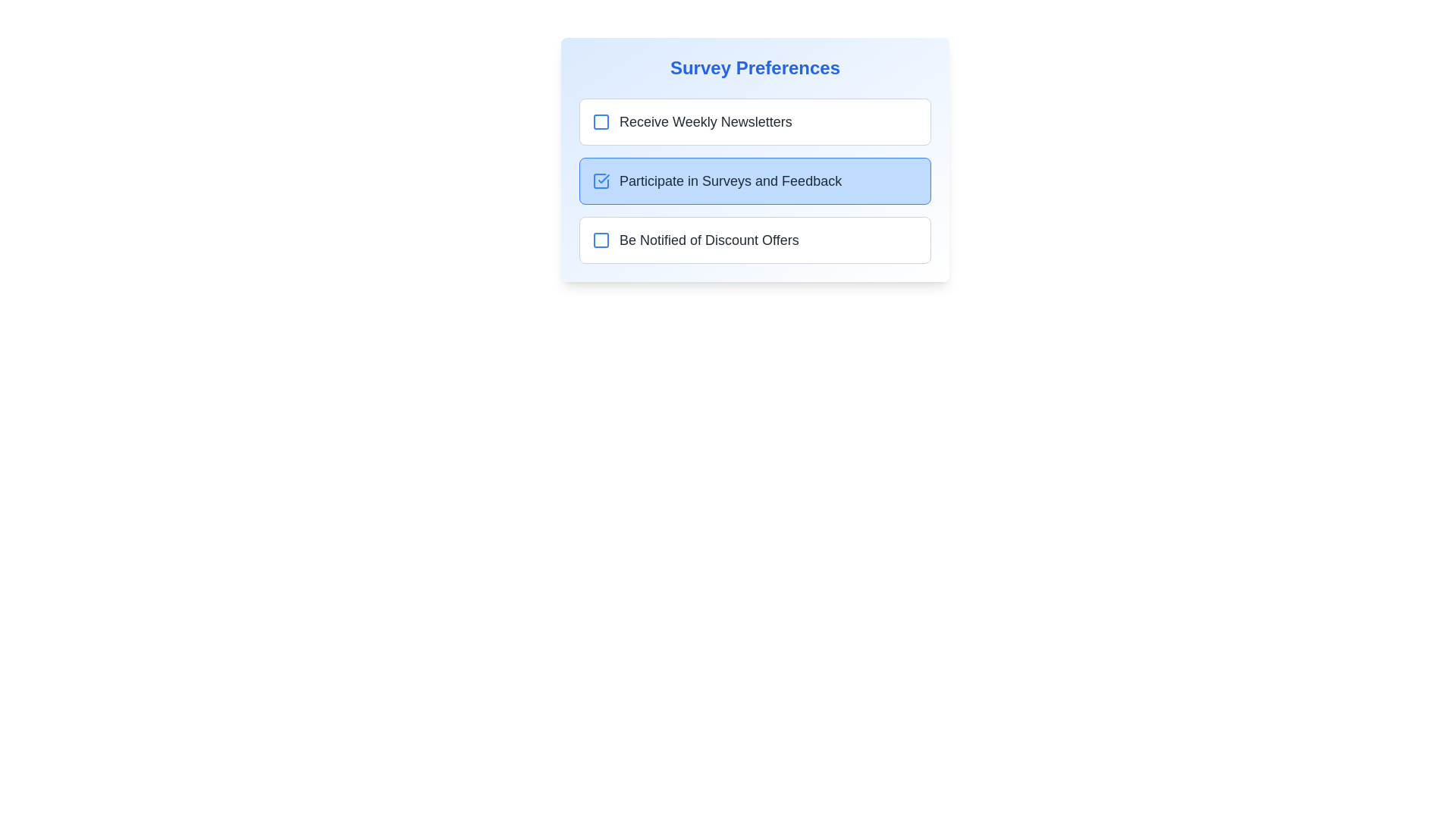 Image resolution: width=1456 pixels, height=819 pixels. I want to click on the text label displaying 'Participate in Surveys and Feedback' which is part of the 'Survey Preferences' panel and is the second item in the list, so click(730, 180).